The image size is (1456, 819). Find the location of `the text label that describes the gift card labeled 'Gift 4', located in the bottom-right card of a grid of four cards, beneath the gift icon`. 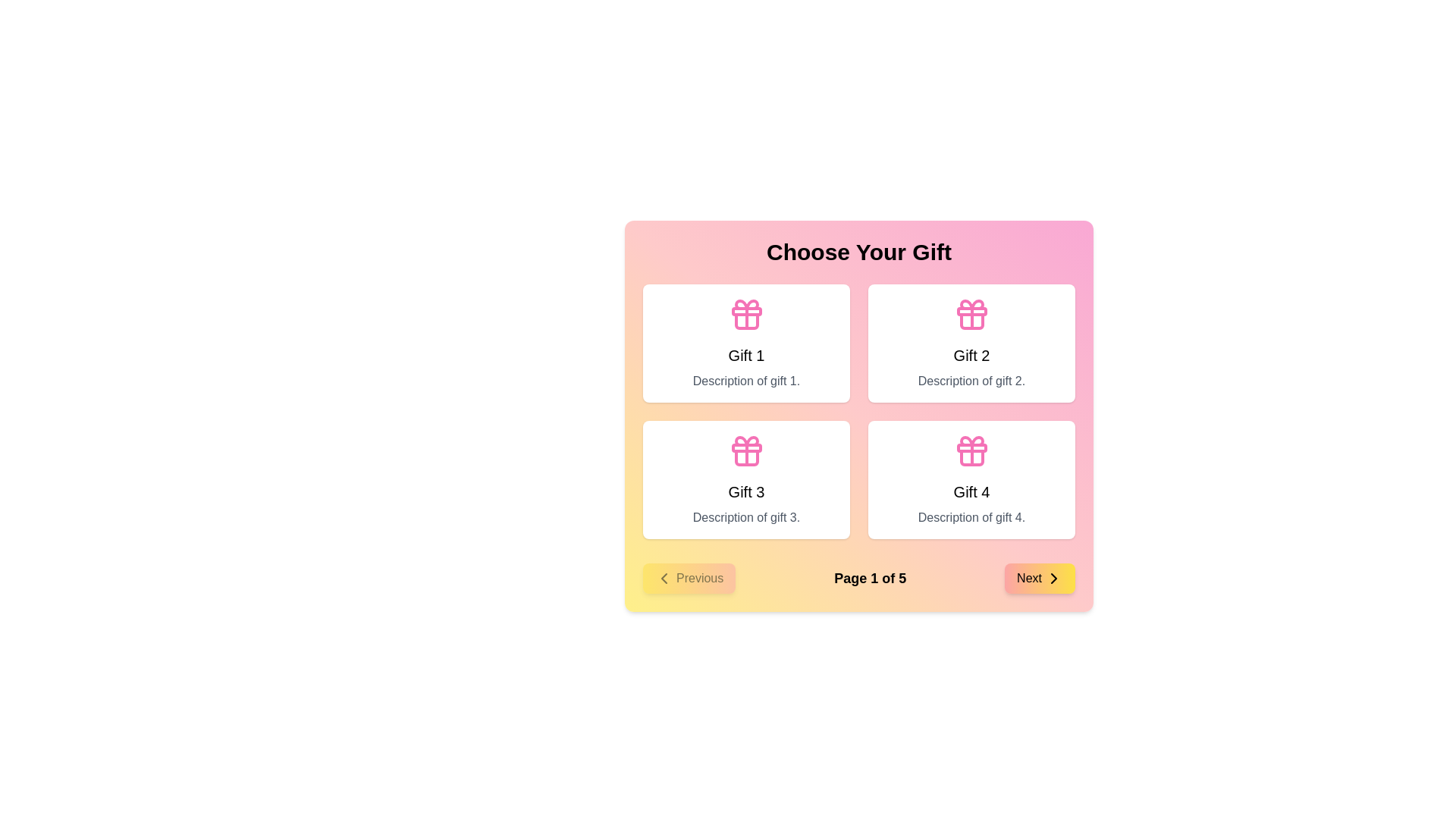

the text label that describes the gift card labeled 'Gift 4', located in the bottom-right card of a grid of four cards, beneath the gift icon is located at coordinates (971, 516).